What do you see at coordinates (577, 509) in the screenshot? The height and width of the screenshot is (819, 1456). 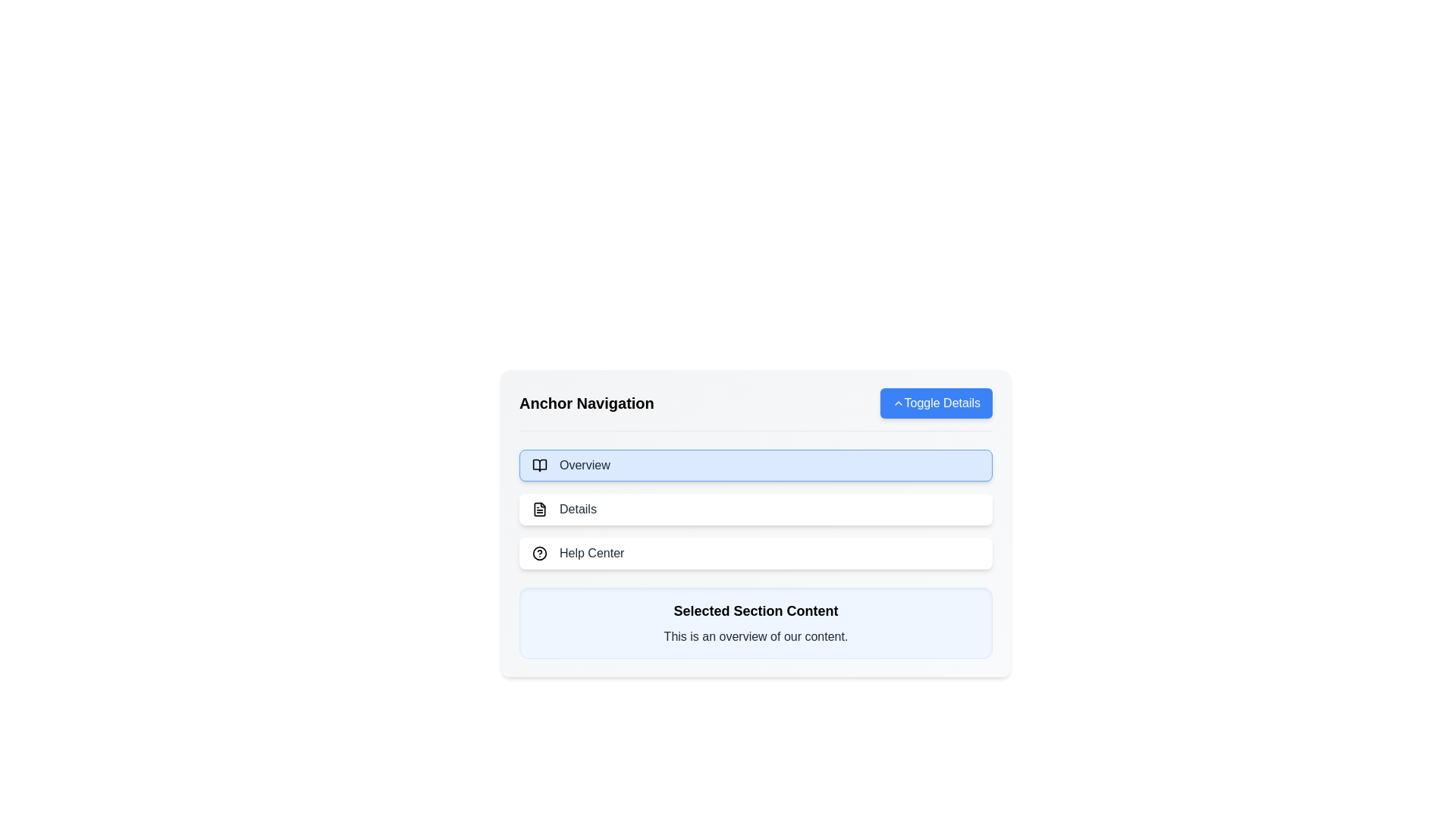 I see `the static text label positioned as the second item in the vertical list under the 'Anchor Navigation' header, which is located below 'Overview' and above 'Help Center'` at bounding box center [577, 509].